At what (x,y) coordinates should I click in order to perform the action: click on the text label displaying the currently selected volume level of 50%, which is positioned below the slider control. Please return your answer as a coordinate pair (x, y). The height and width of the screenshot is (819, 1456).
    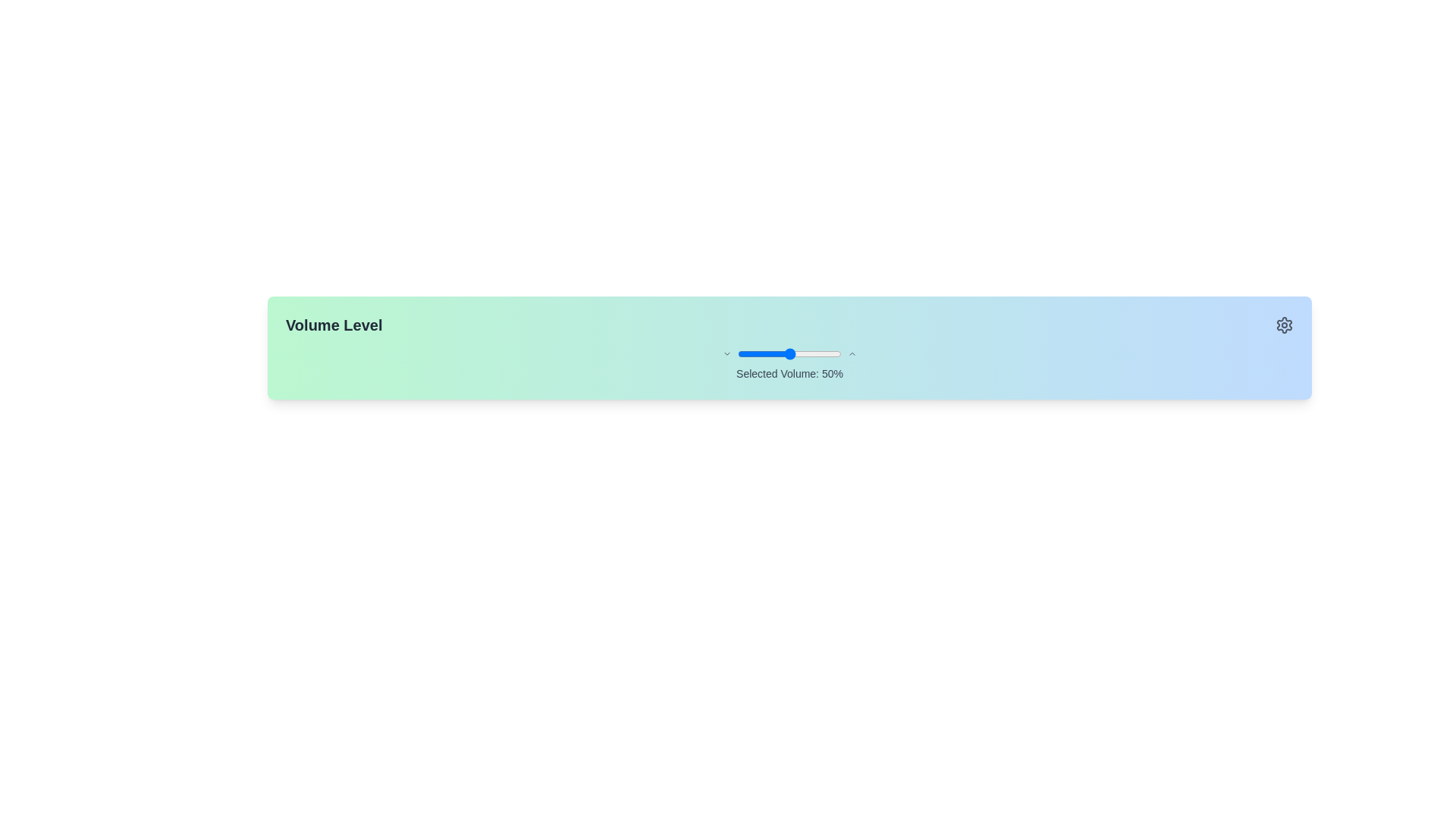
    Looking at the image, I should click on (789, 374).